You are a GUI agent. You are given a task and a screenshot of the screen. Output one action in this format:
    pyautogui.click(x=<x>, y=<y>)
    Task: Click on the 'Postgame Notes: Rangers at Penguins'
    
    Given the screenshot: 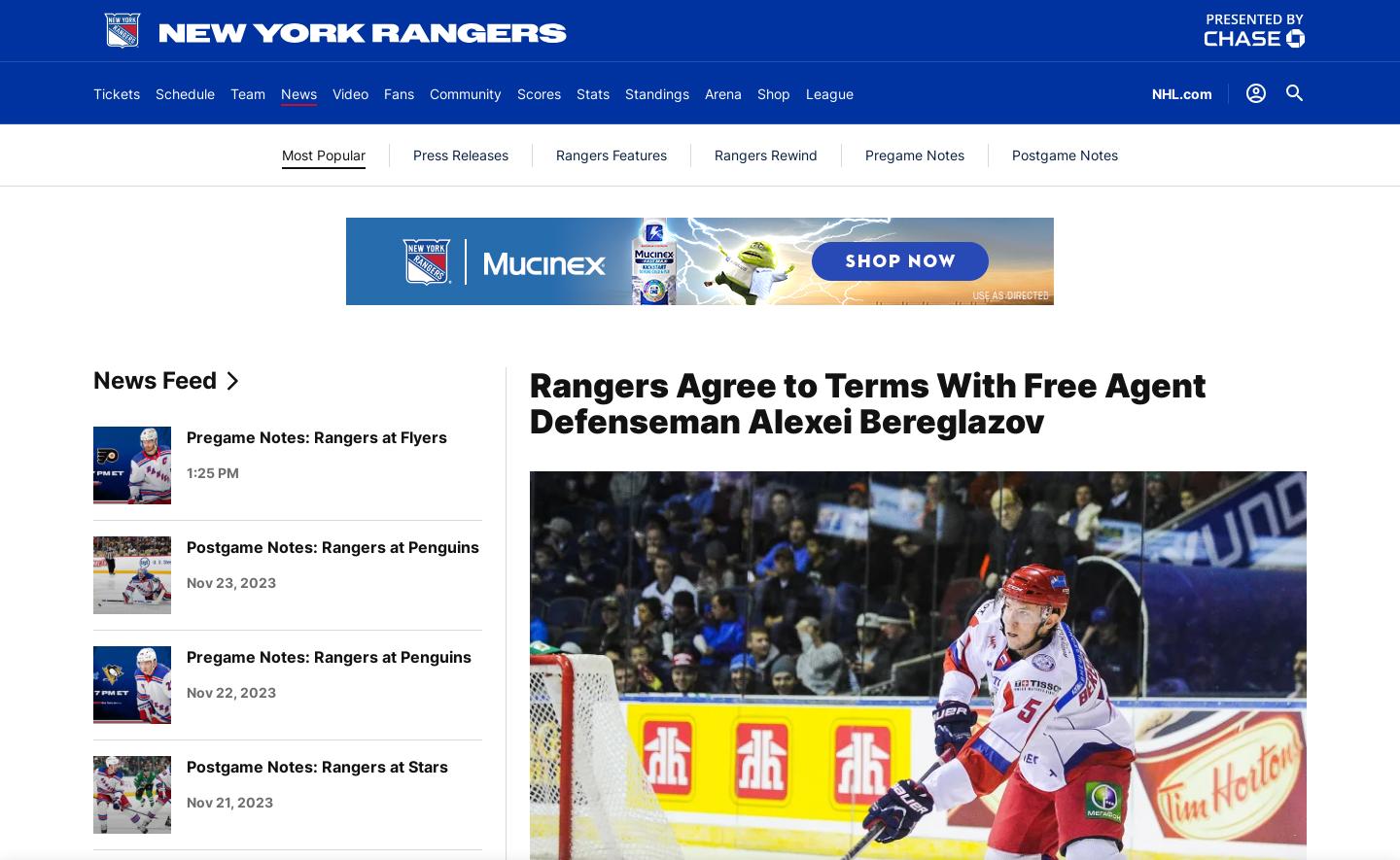 What is the action you would take?
    pyautogui.click(x=186, y=544)
    